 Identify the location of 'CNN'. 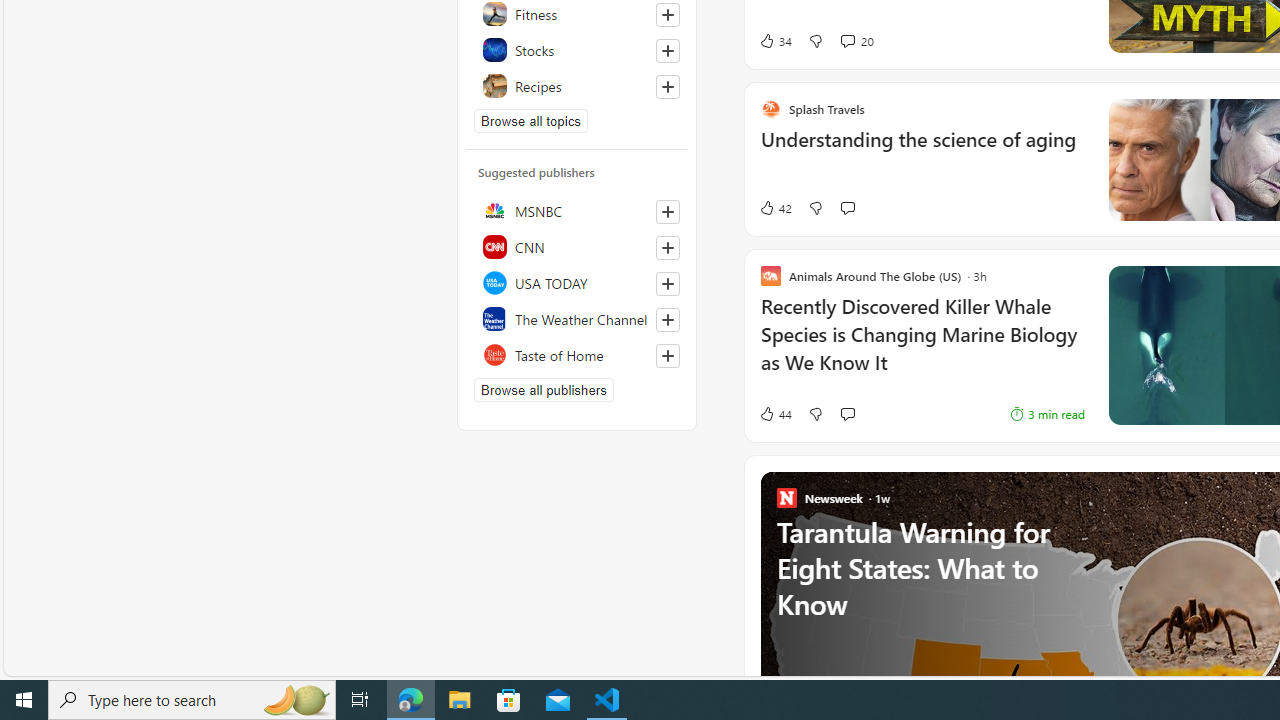
(576, 245).